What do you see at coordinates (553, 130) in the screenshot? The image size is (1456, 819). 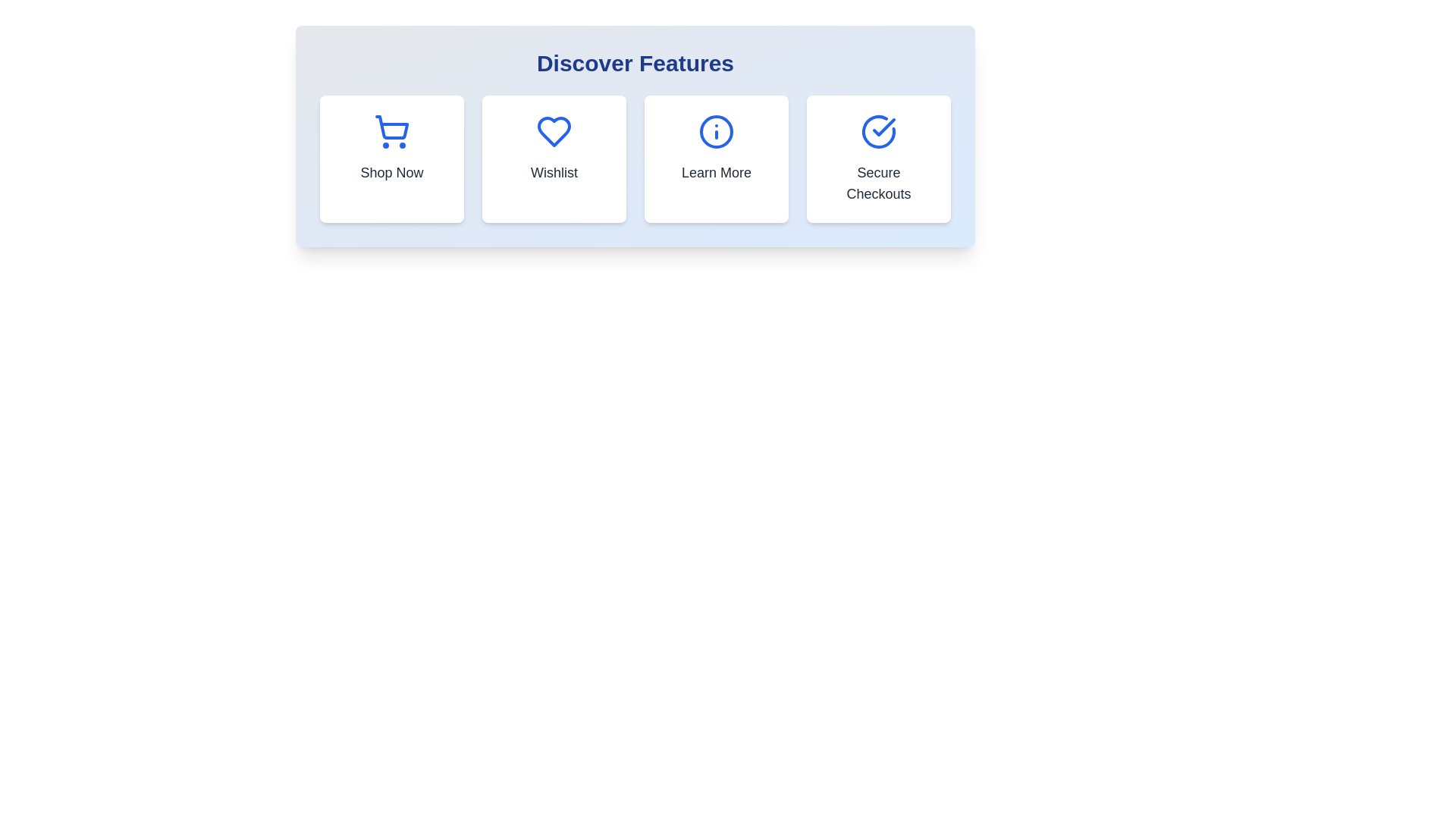 I see `the heart-shaped icon with a blue outline located centrally within the 'Wishlist' card, the second card in the row of four under the 'Discover Features' heading` at bounding box center [553, 130].